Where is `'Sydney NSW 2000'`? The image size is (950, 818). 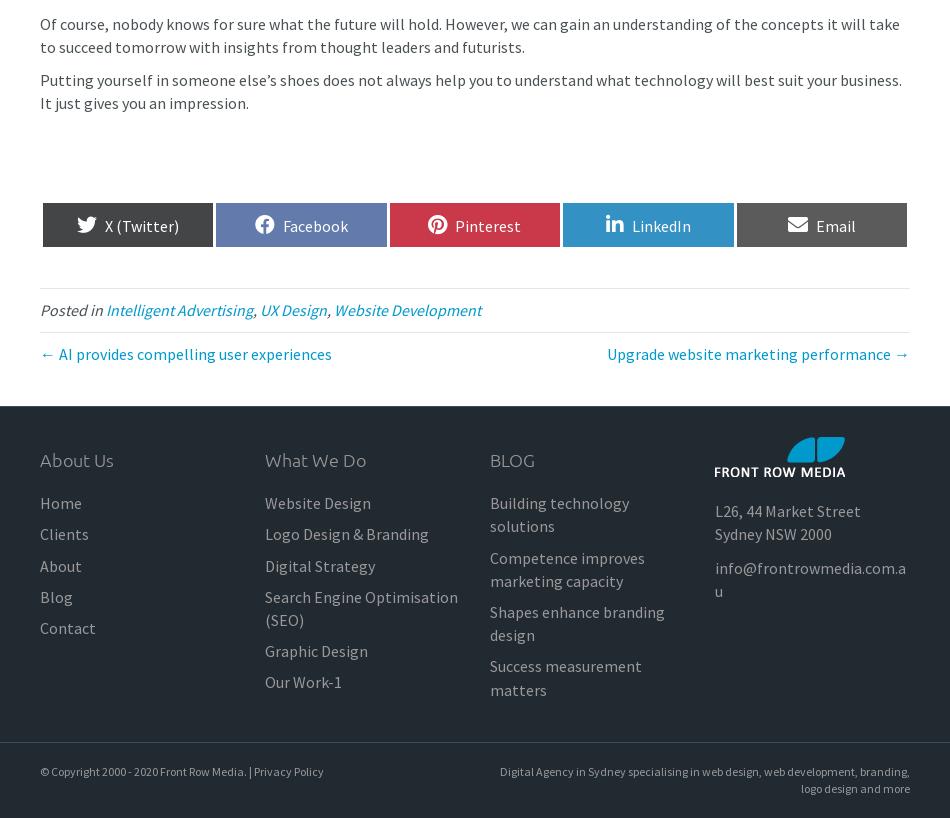
'Sydney NSW 2000' is located at coordinates (713, 533).